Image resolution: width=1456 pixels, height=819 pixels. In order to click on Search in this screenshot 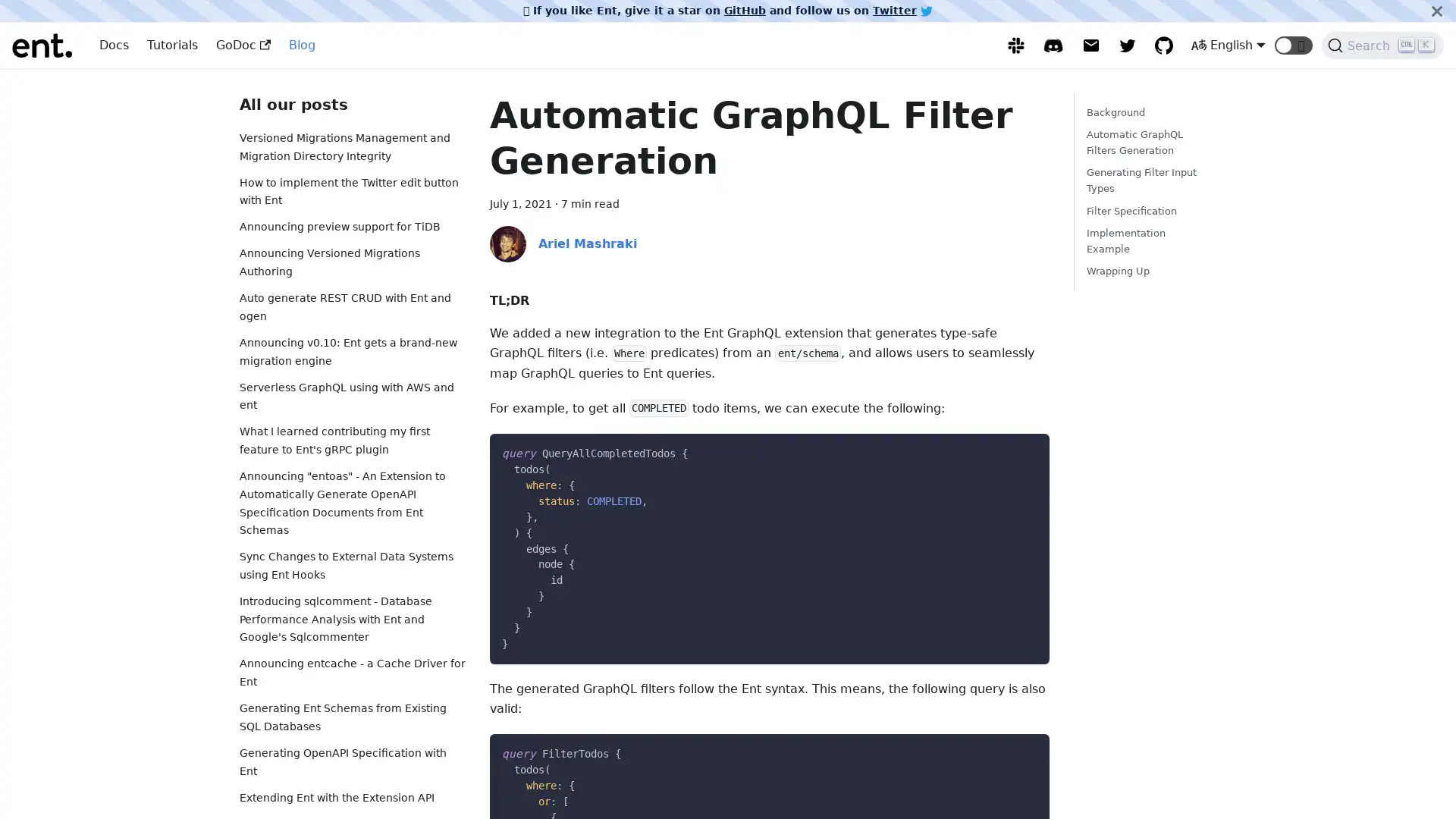, I will do `click(1382, 45)`.